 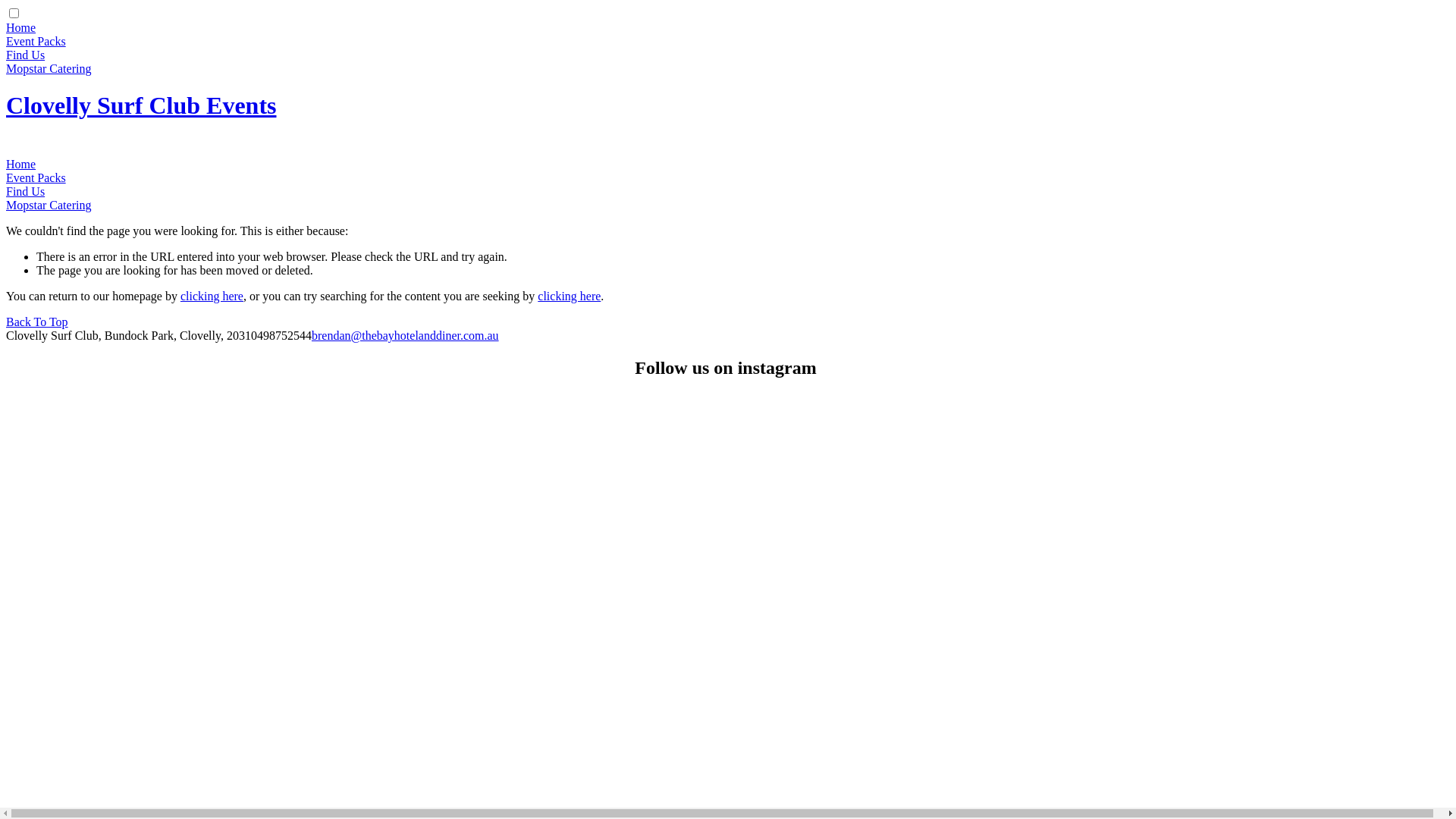 What do you see at coordinates (6, 177) in the screenshot?
I see `'Event Packs'` at bounding box center [6, 177].